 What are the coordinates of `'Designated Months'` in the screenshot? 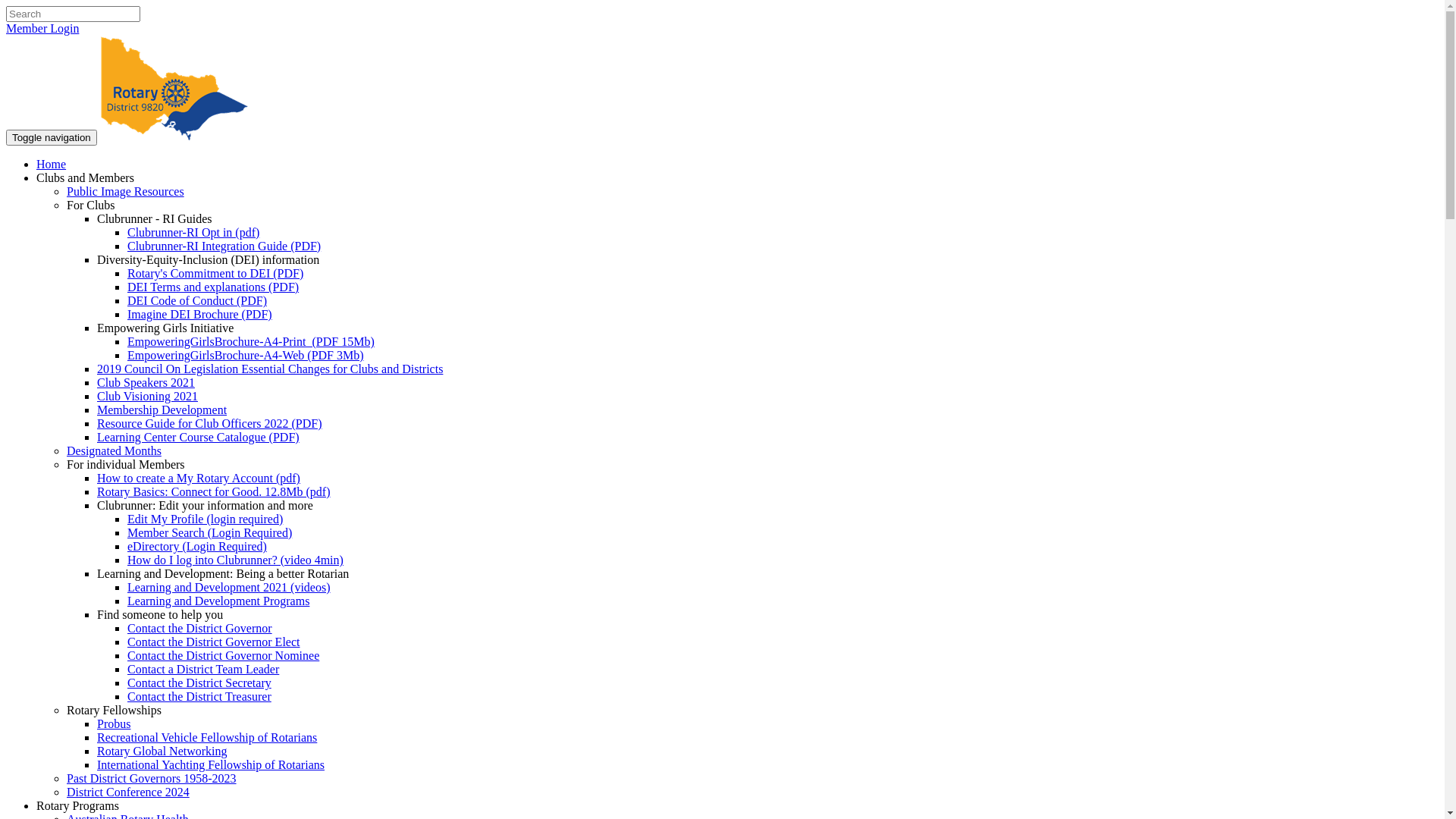 It's located at (113, 450).